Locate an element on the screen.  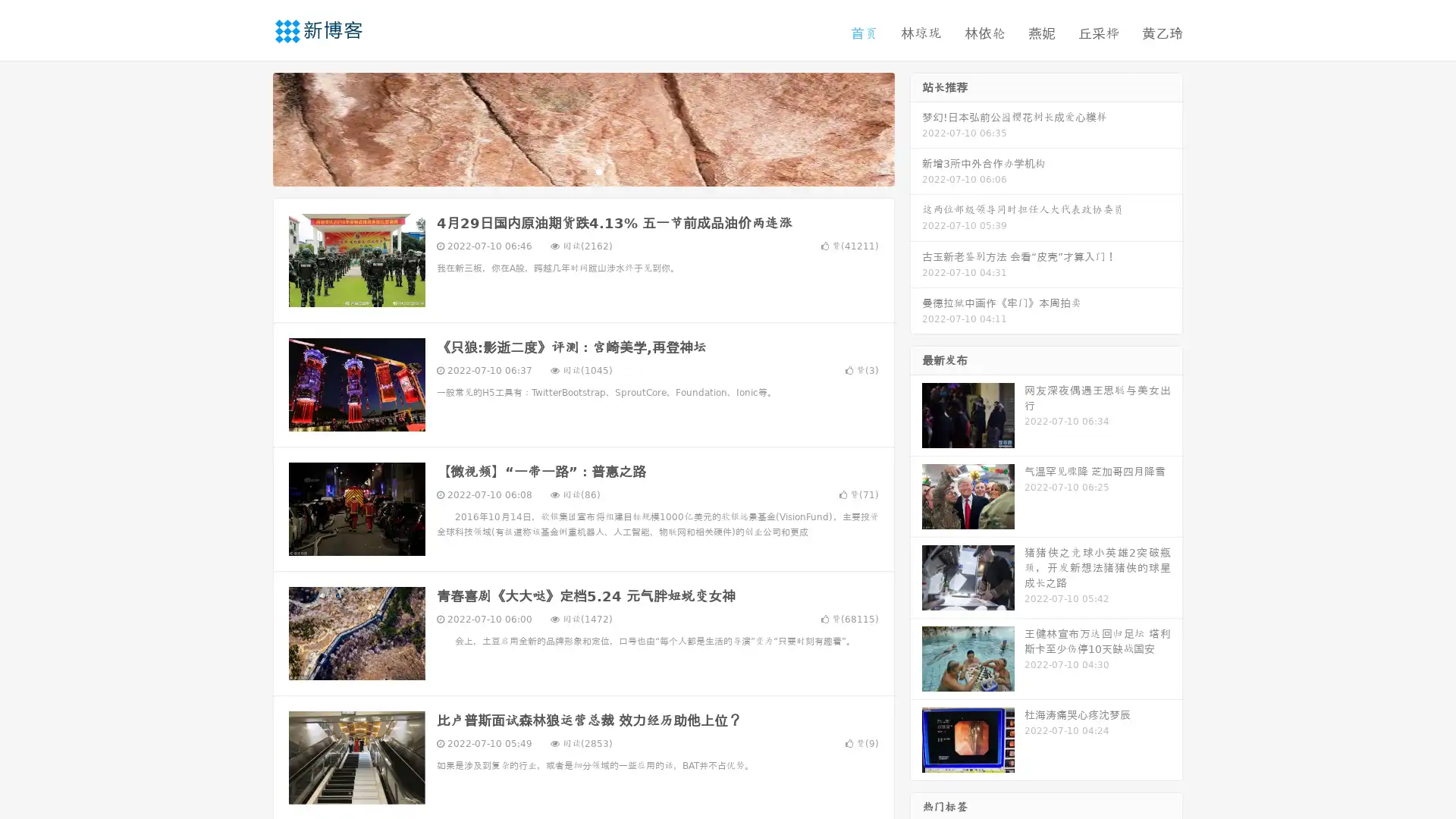
Go to slide 3 is located at coordinates (598, 171).